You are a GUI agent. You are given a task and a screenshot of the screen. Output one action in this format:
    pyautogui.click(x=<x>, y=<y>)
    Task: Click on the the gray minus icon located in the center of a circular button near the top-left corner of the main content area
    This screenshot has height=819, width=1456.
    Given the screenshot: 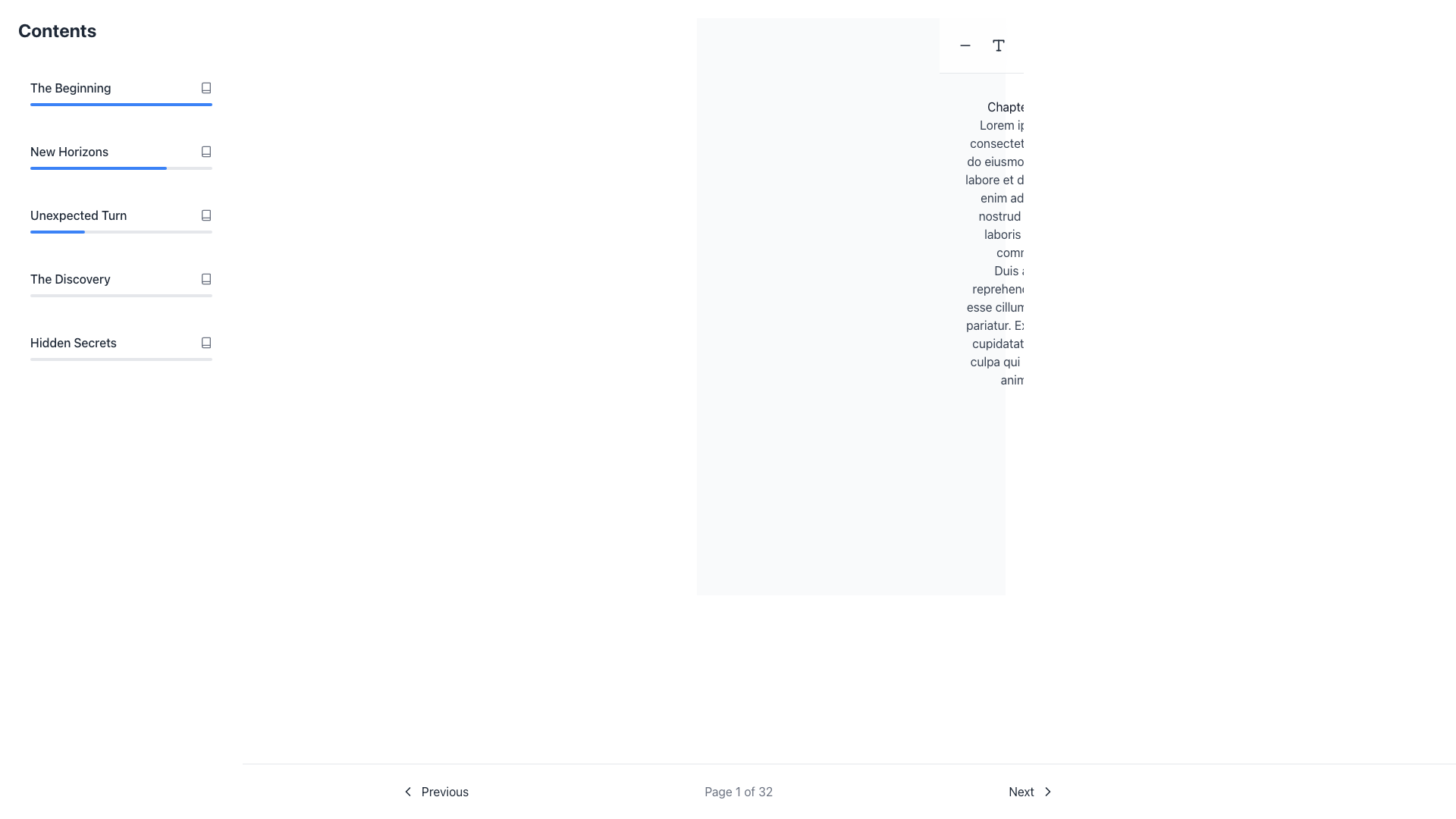 What is the action you would take?
    pyautogui.click(x=964, y=45)
    